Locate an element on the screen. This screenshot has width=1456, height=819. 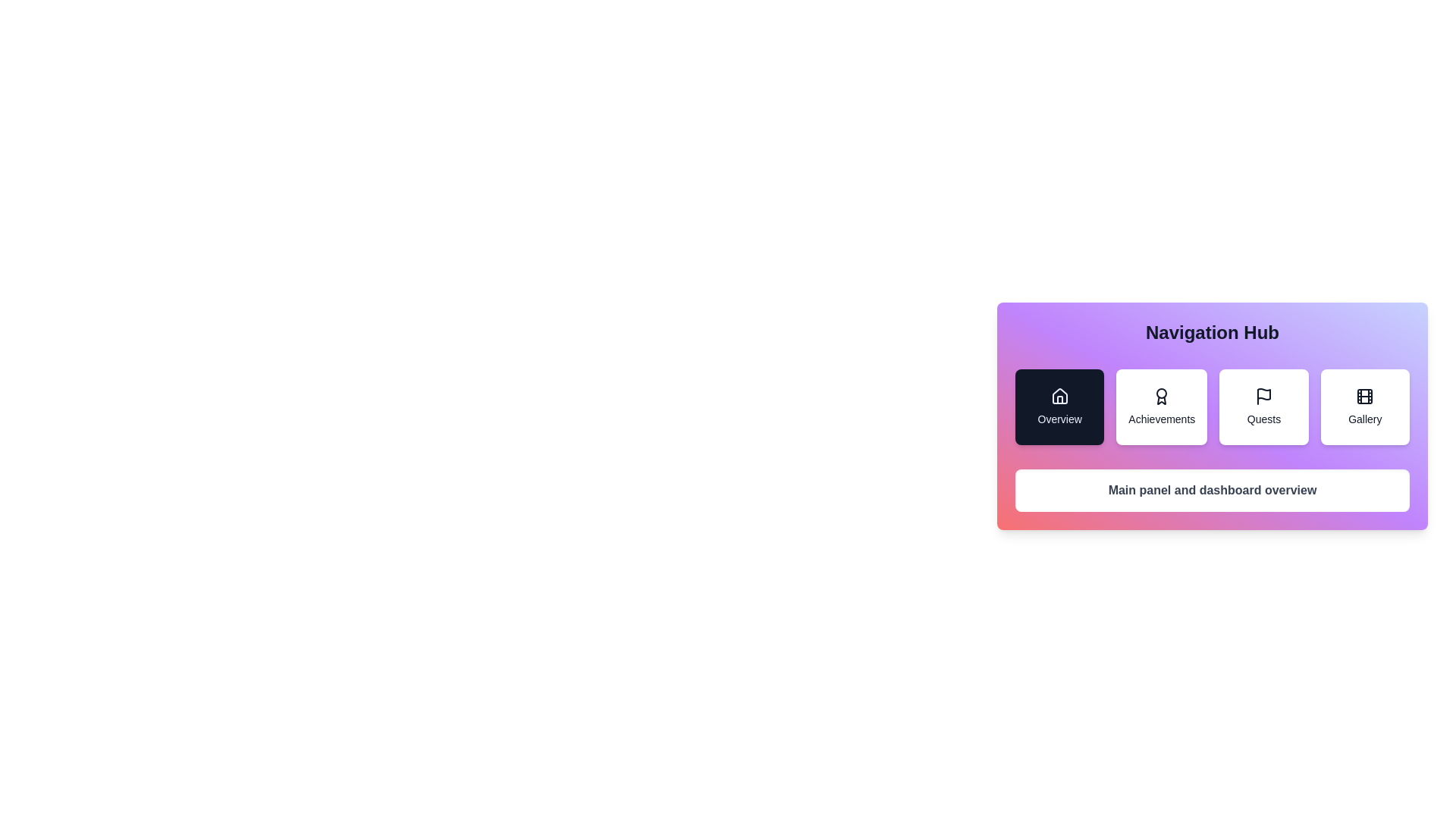
the internal vertical line representing the house's door within the Overview icon is located at coordinates (1059, 399).